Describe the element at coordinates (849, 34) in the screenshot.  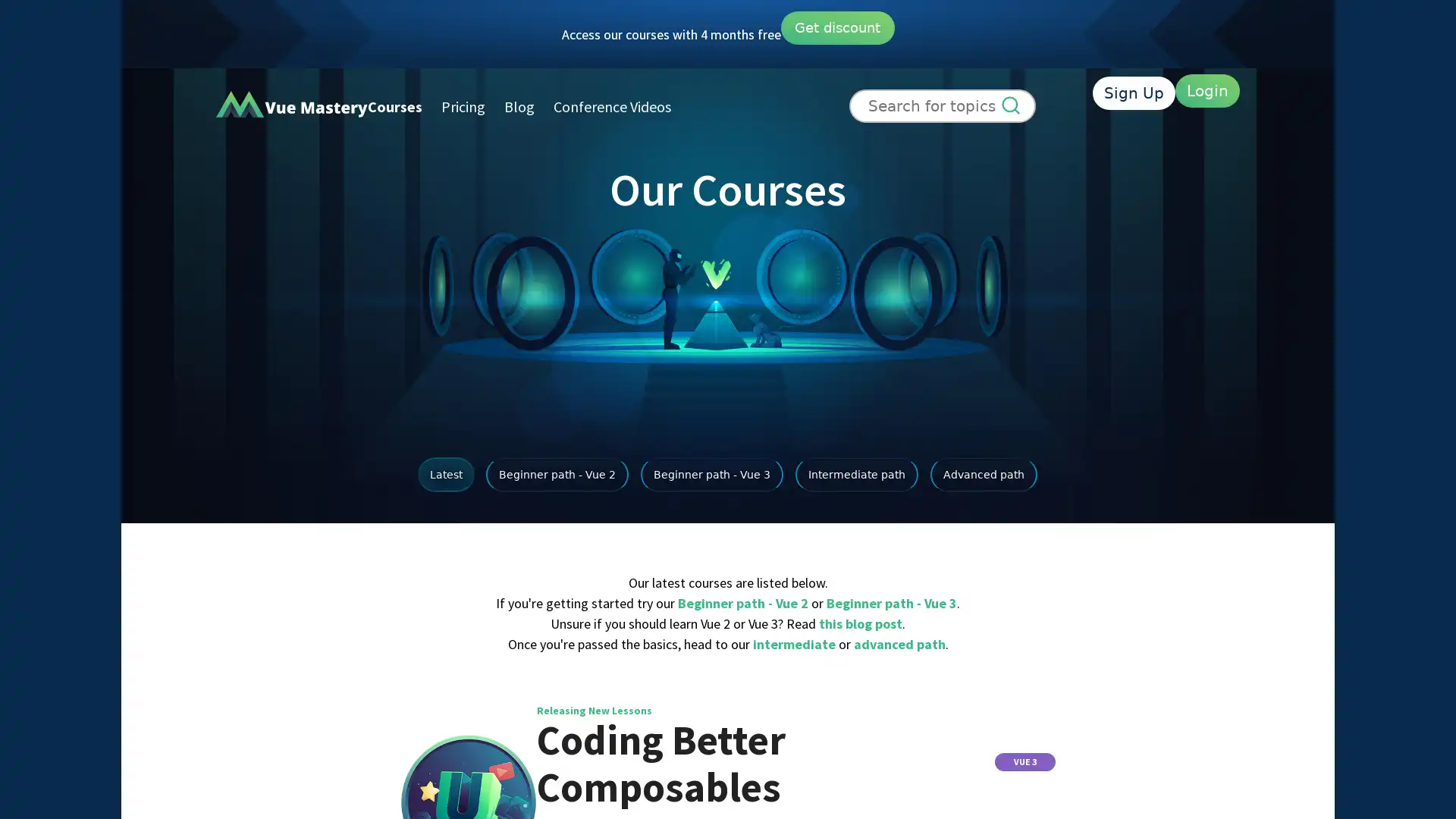
I see `Get discount` at that location.